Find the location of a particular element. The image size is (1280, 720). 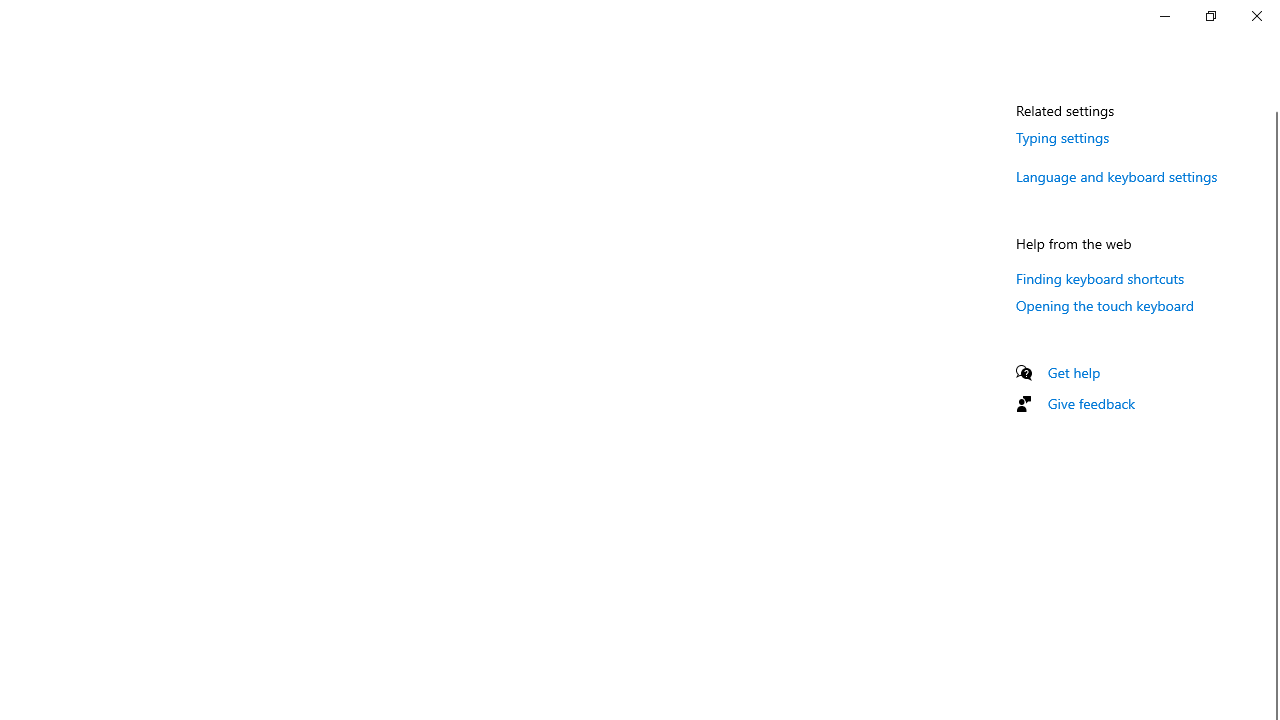

'Close Settings' is located at coordinates (1255, 15).